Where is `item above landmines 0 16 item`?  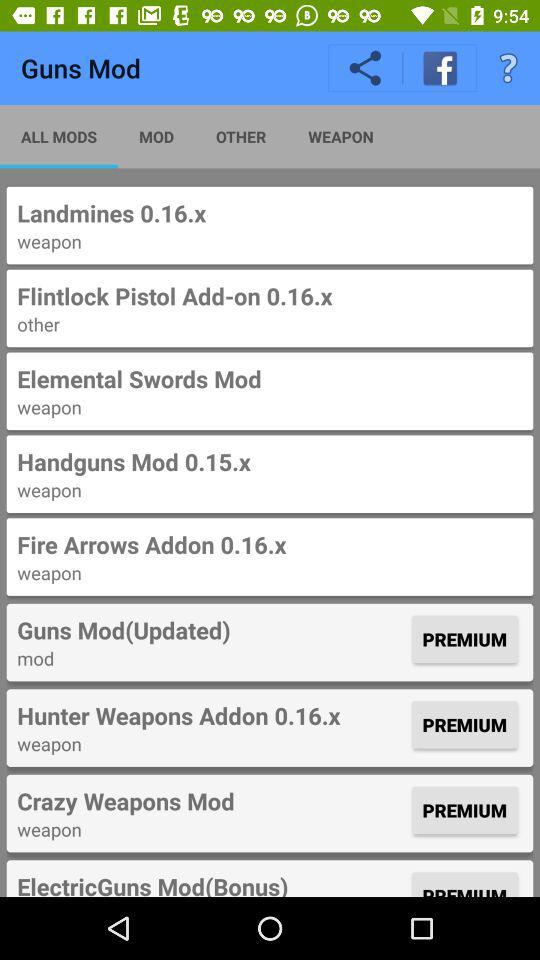 item above landmines 0 16 item is located at coordinates (59, 135).